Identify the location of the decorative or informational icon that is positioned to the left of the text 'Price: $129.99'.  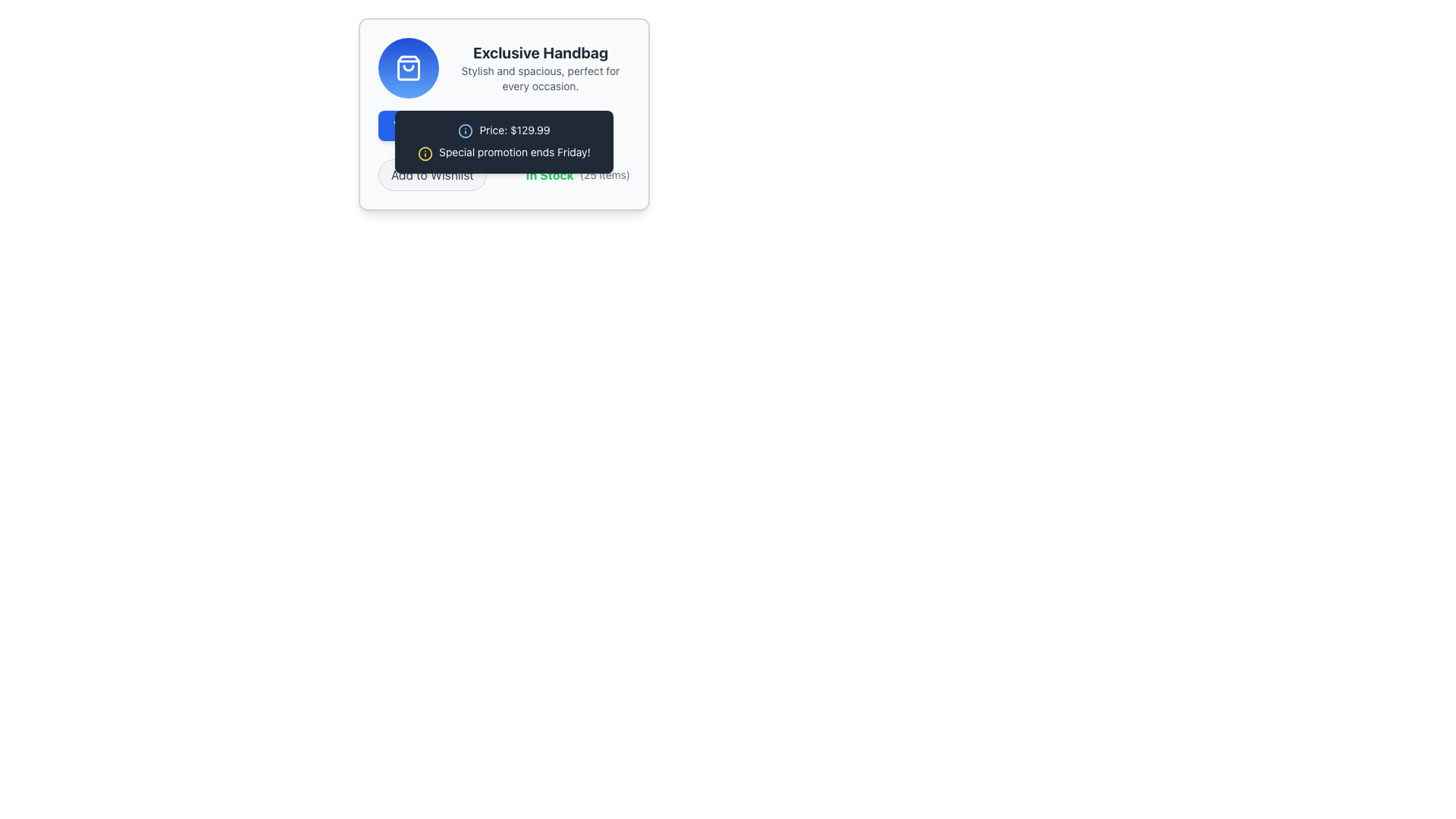
(465, 130).